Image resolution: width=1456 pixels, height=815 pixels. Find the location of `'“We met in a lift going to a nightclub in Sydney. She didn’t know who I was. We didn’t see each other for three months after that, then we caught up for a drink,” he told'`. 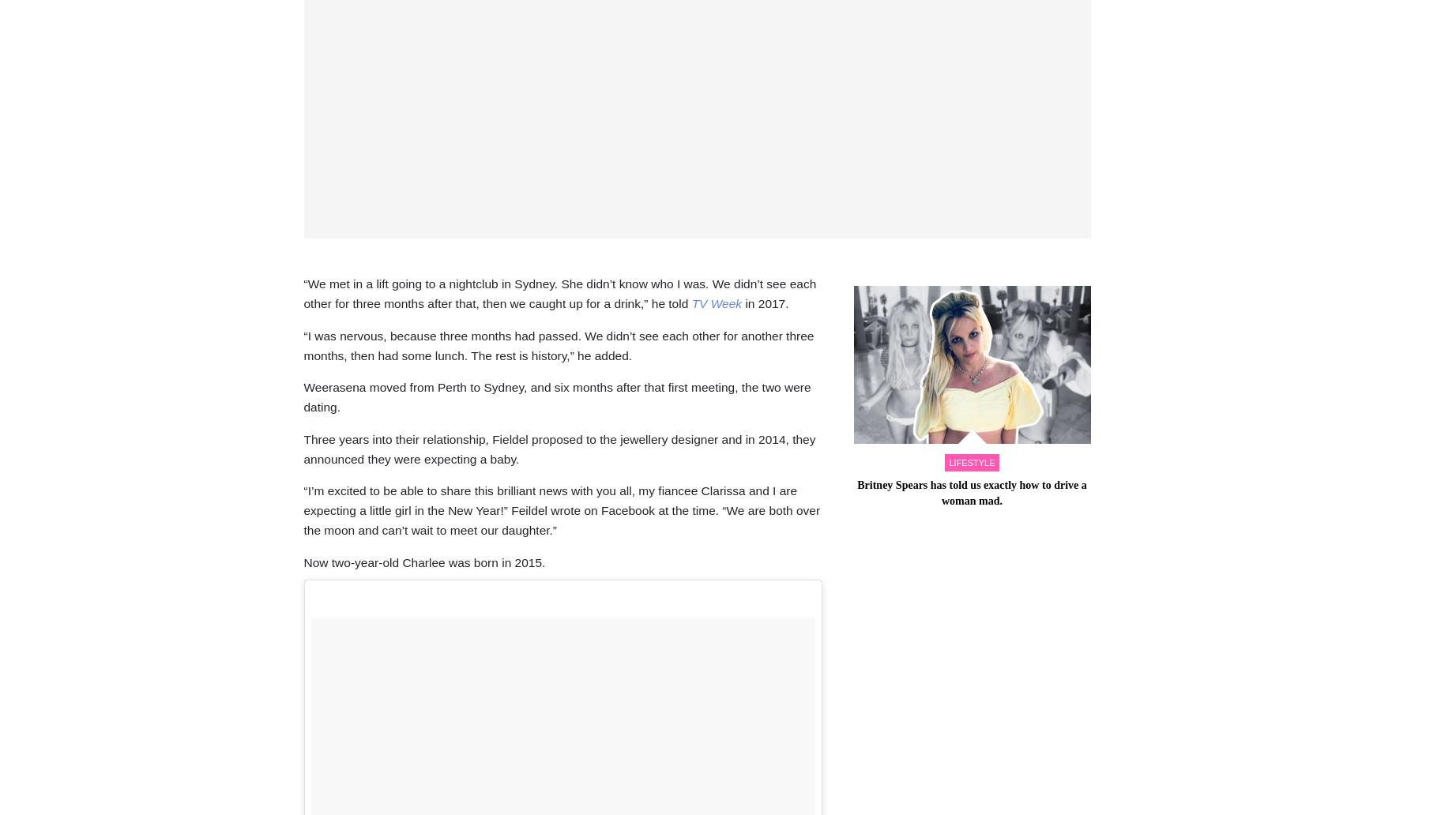

'“We met in a lift going to a nightclub in Sydney. She didn’t know who I was. We didn’t see each other for three months after that, then we caught up for a drink,” he told' is located at coordinates (559, 294).